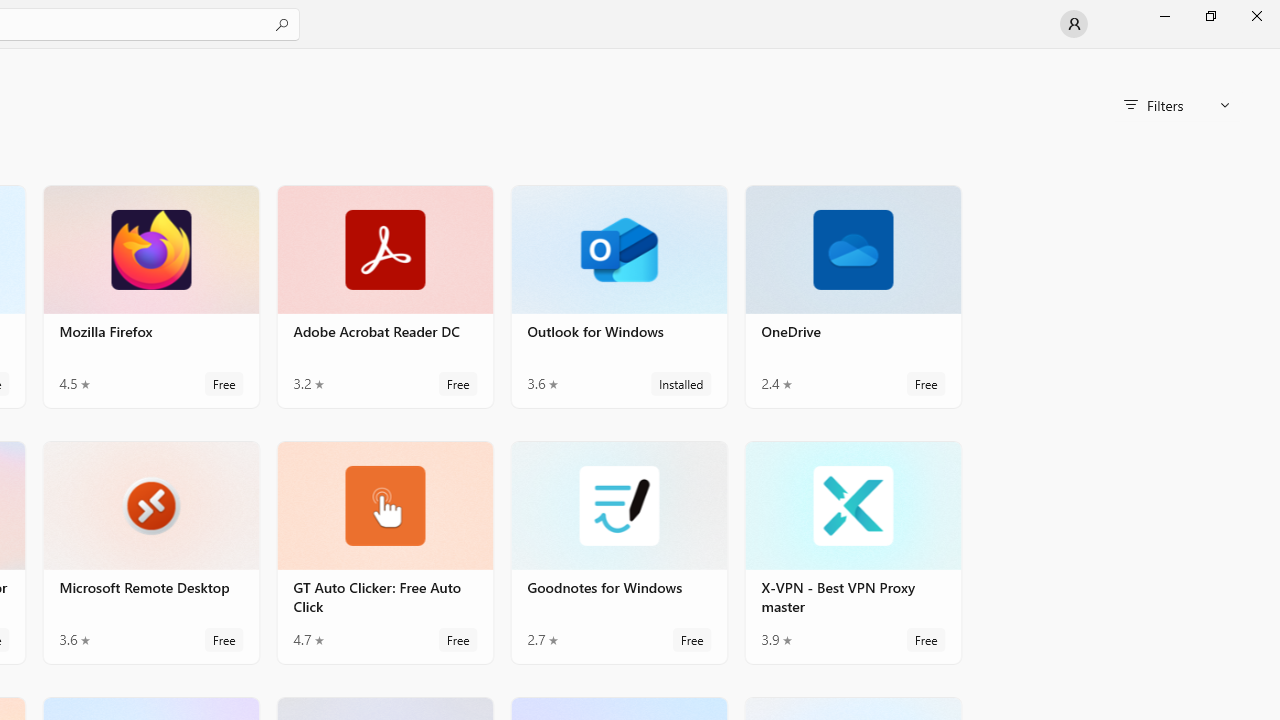  I want to click on 'OneDrive. Average rating of 2.4 out of five stars. Free  ', so click(853, 296).